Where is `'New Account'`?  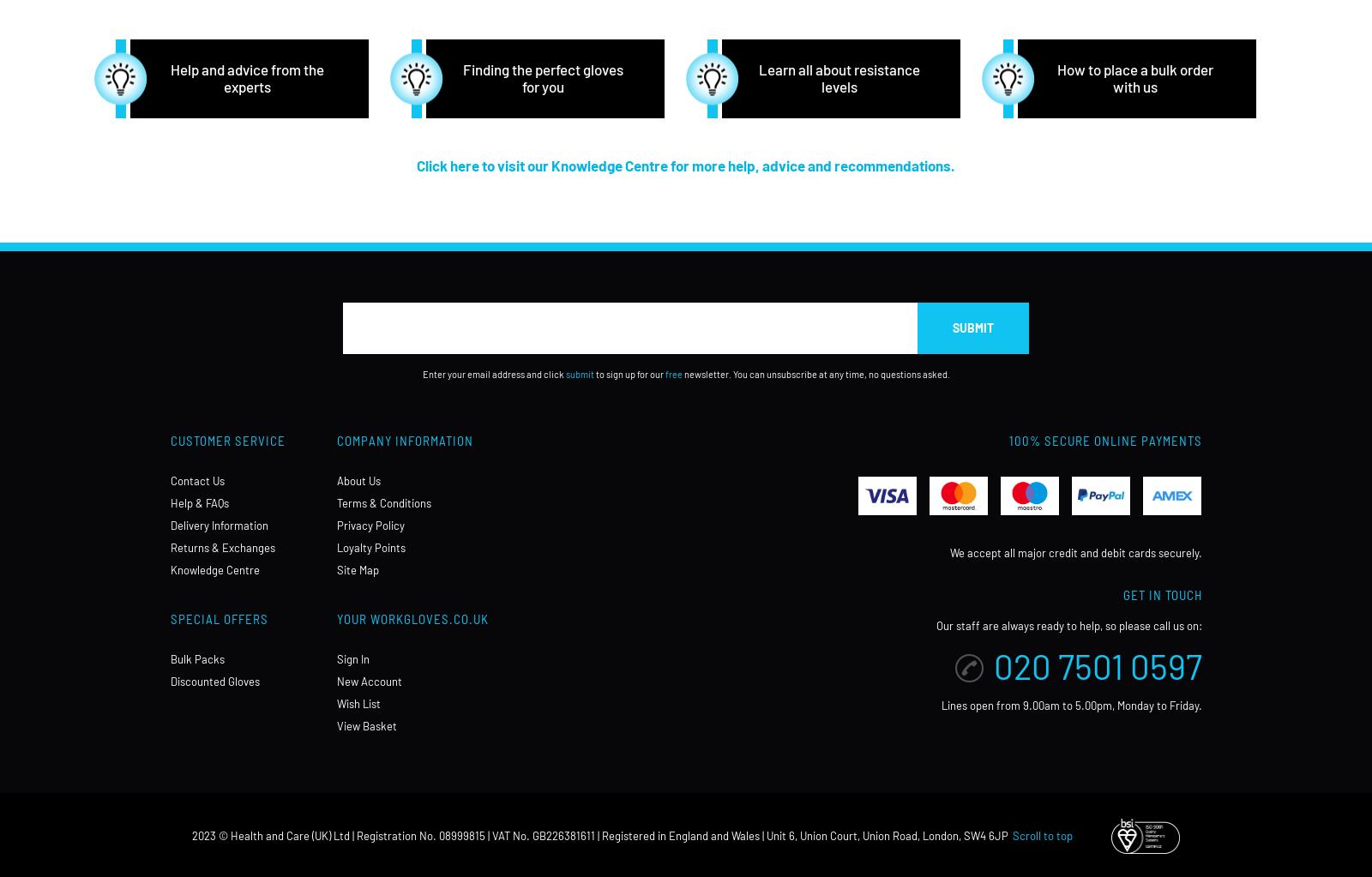
'New Account' is located at coordinates (367, 681).